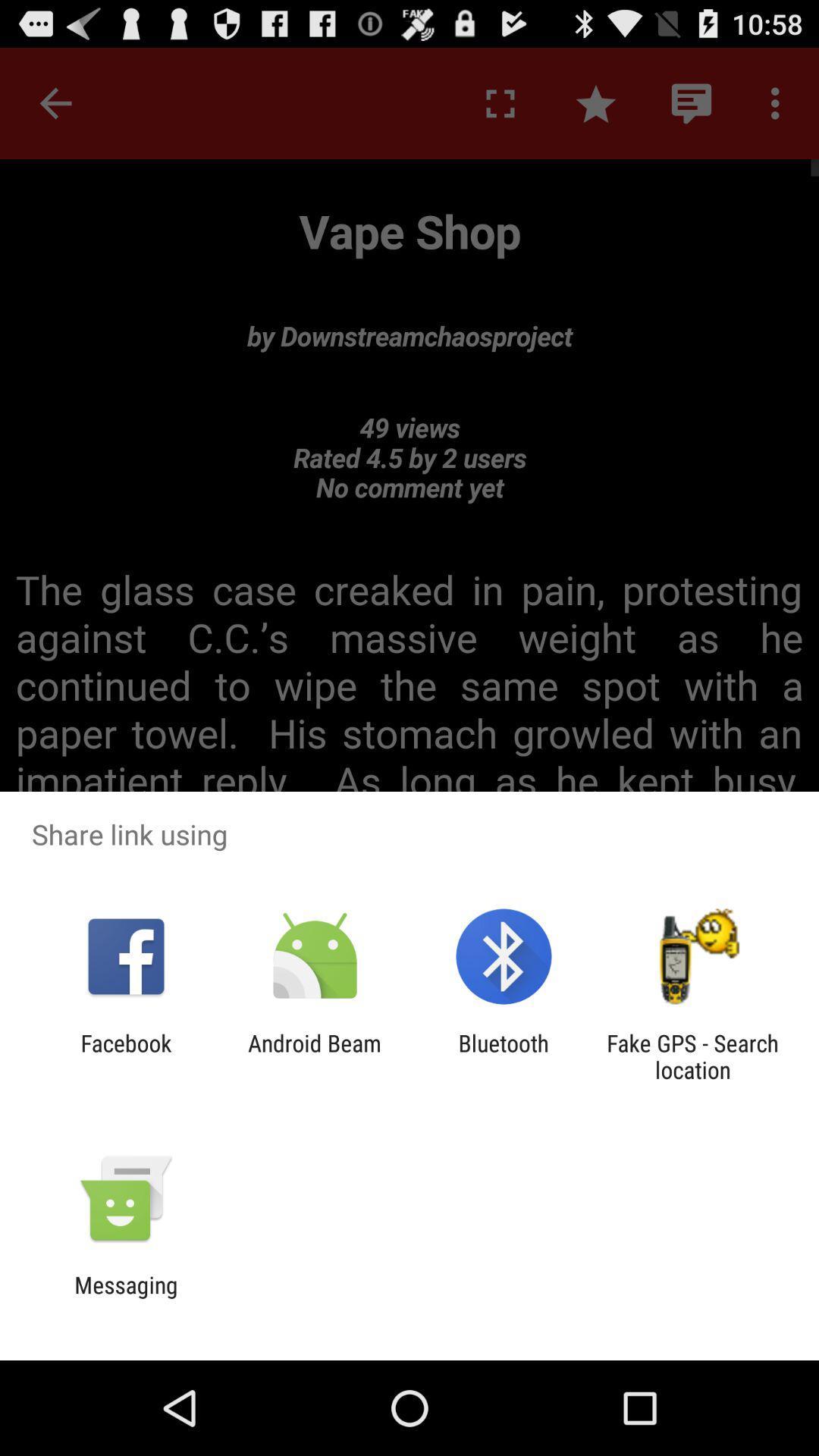 This screenshot has height=1456, width=819. Describe the element at coordinates (692, 1056) in the screenshot. I see `icon to the right of the bluetooth app` at that location.